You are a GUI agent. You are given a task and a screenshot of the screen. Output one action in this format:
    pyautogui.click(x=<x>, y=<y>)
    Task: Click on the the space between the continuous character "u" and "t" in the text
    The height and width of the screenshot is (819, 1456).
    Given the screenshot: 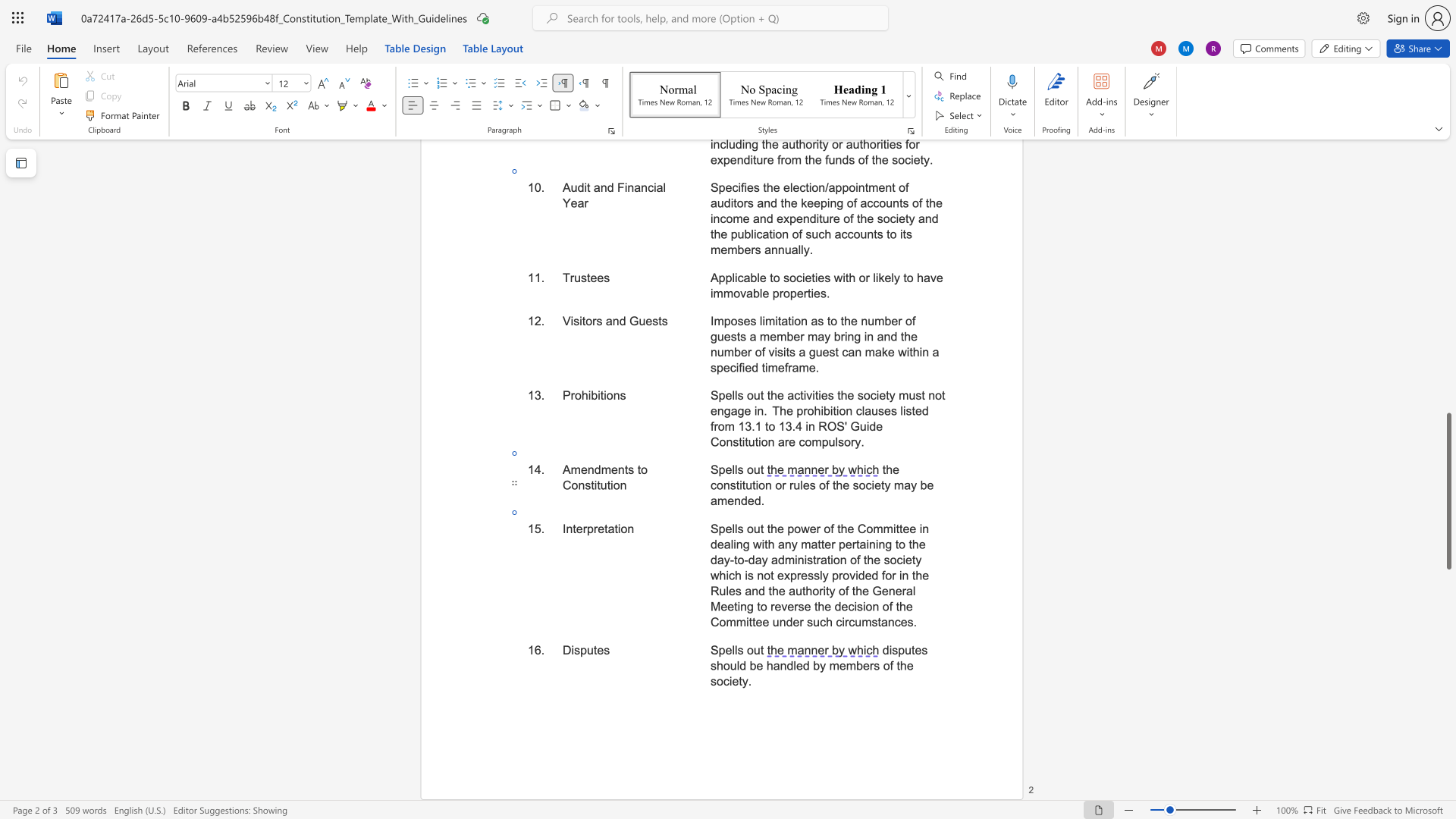 What is the action you would take?
    pyautogui.click(x=759, y=469)
    